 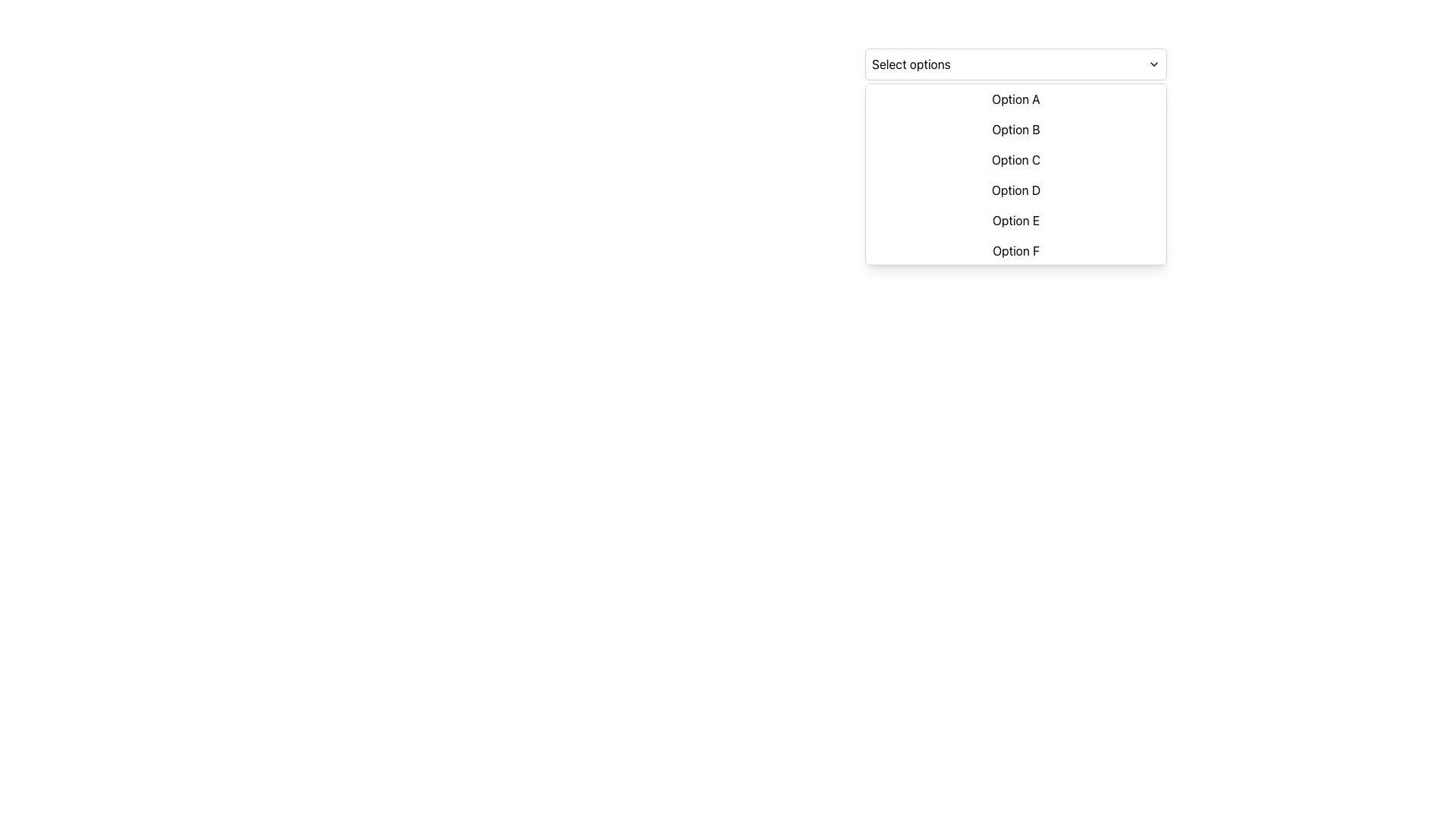 I want to click on the text label displaying 'Option E' in the dropdown menu, which is the fifth item in the list, so click(x=1015, y=220).